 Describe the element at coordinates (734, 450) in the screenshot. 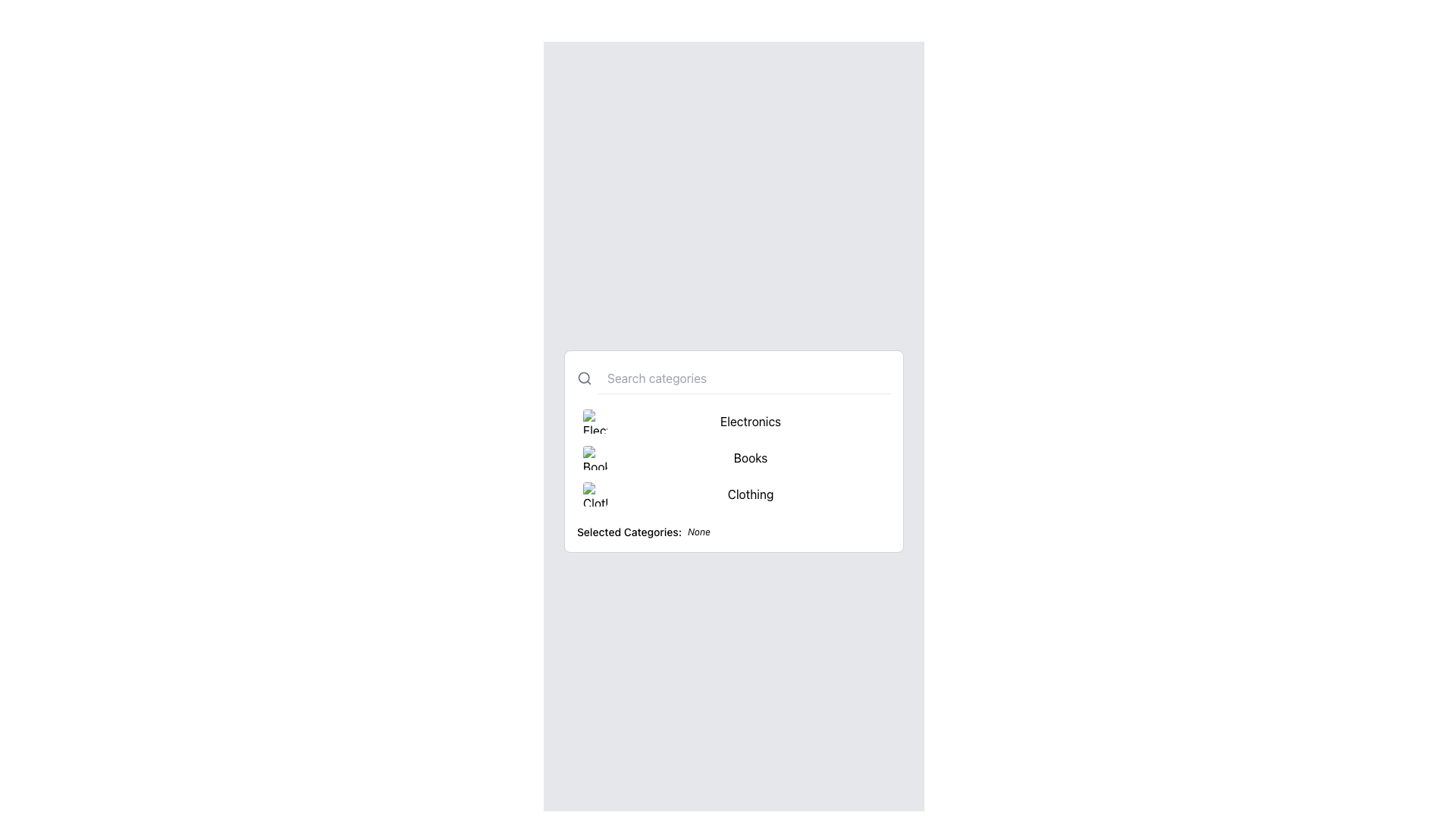

I see `the text label containing the word 'Books'` at that location.